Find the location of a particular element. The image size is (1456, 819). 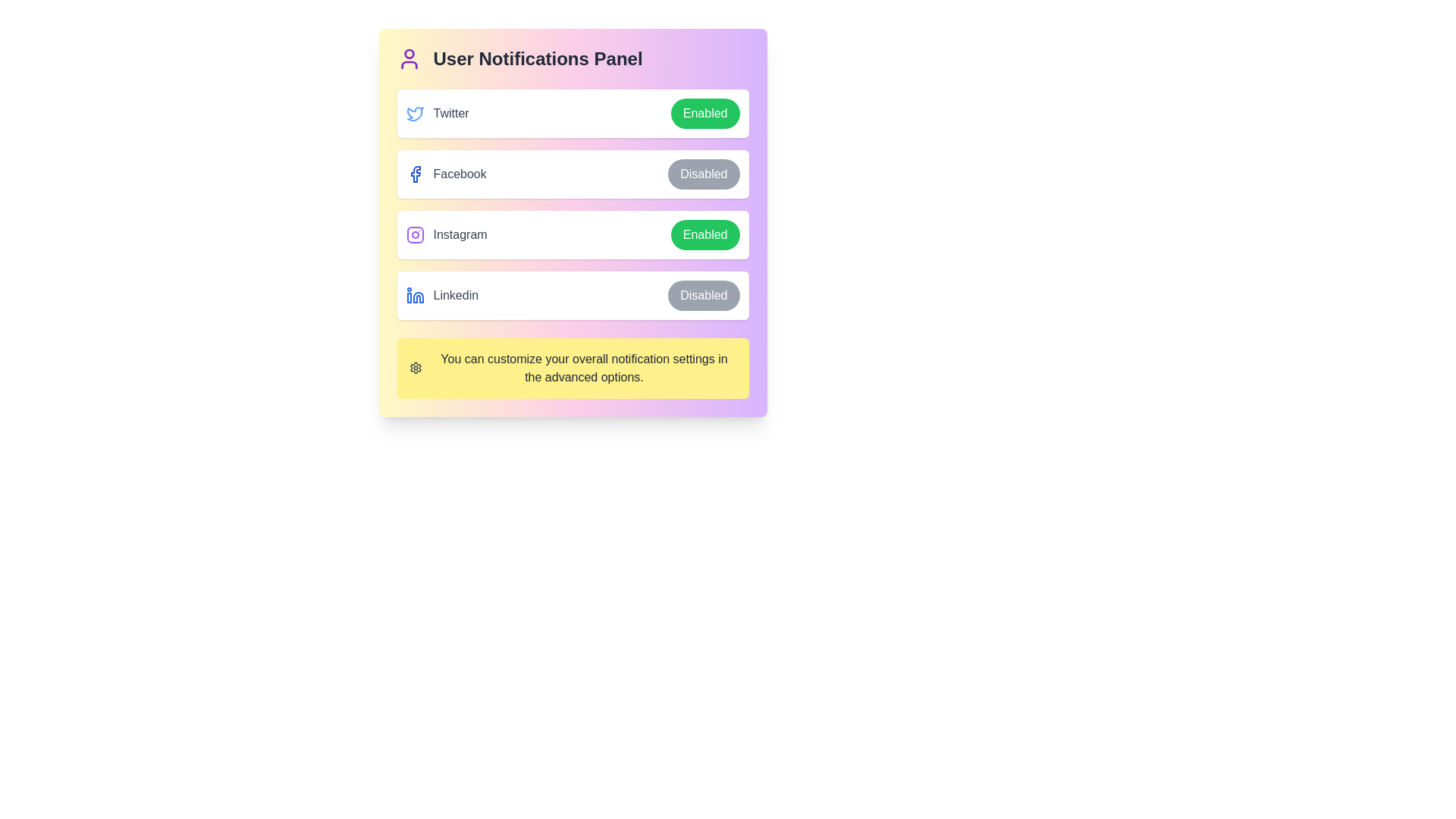

the Instagram icon within the User Notifications Panel, which is located between the Facebook and LinkedIn icons is located at coordinates (415, 234).